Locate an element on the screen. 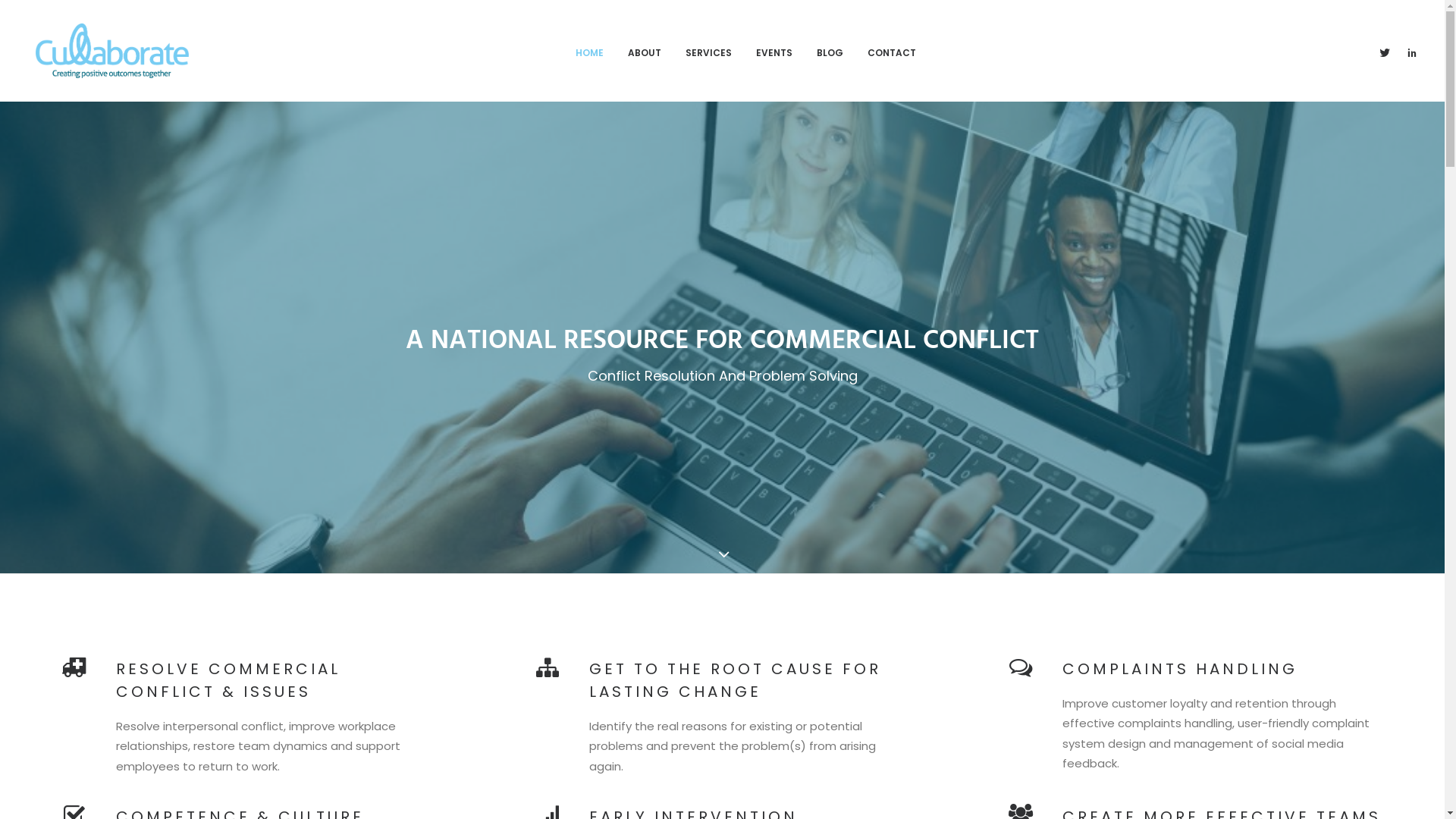  'EVENTS' is located at coordinates (774, 49).